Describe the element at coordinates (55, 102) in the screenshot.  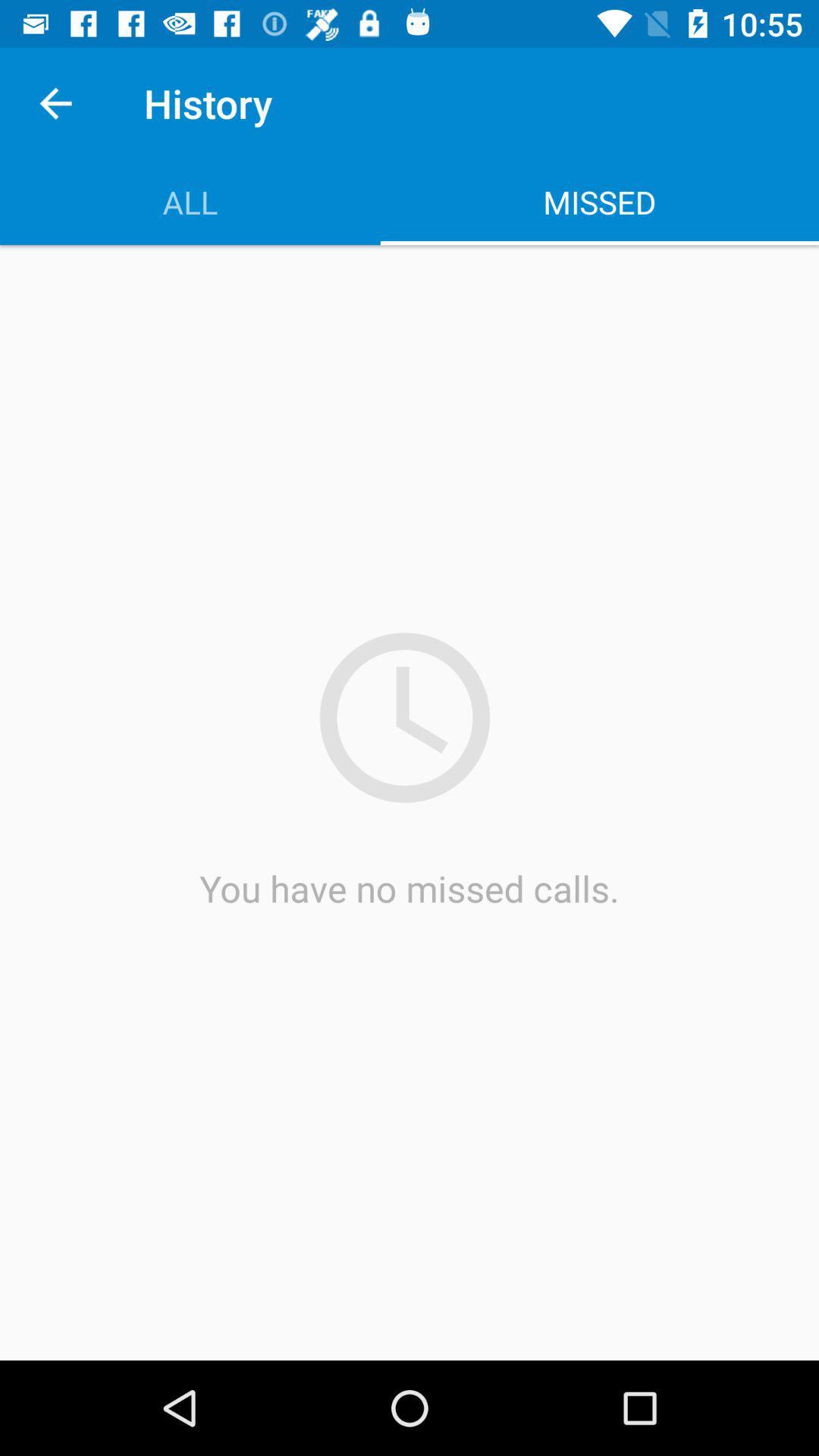
I see `app above all item` at that location.